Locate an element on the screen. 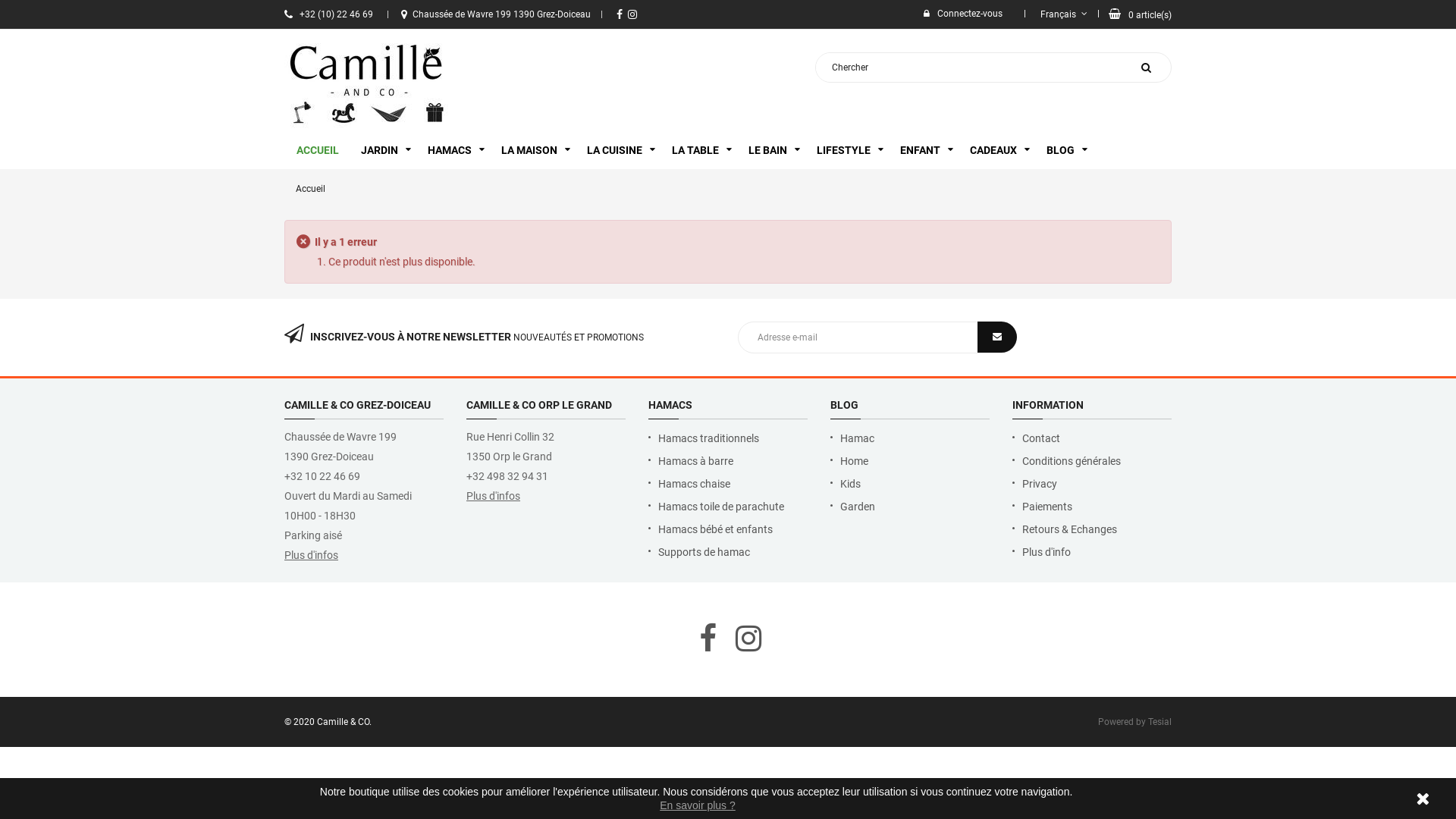  'Hamacs traditionnels' is located at coordinates (728, 438).